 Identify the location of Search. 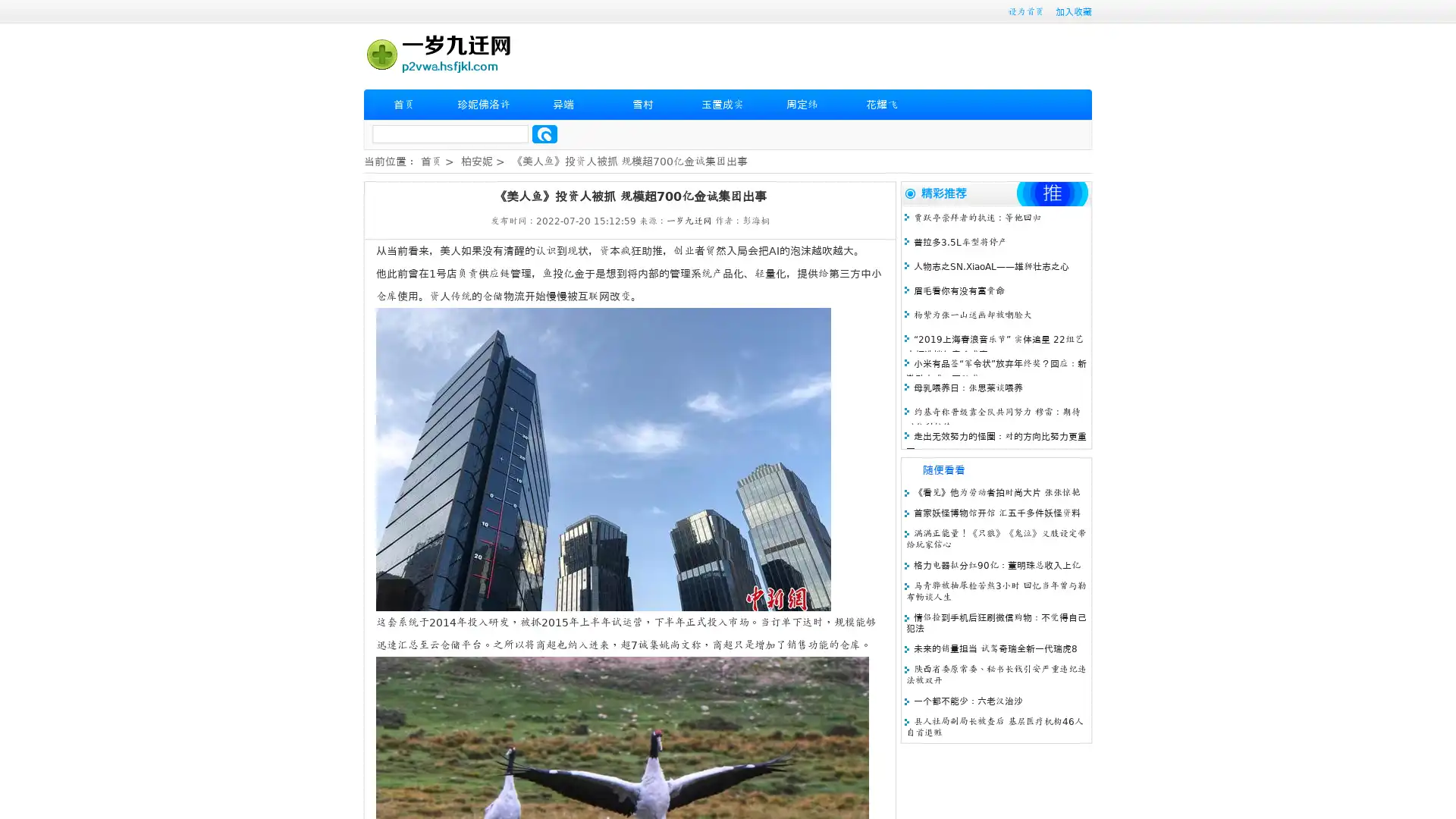
(544, 133).